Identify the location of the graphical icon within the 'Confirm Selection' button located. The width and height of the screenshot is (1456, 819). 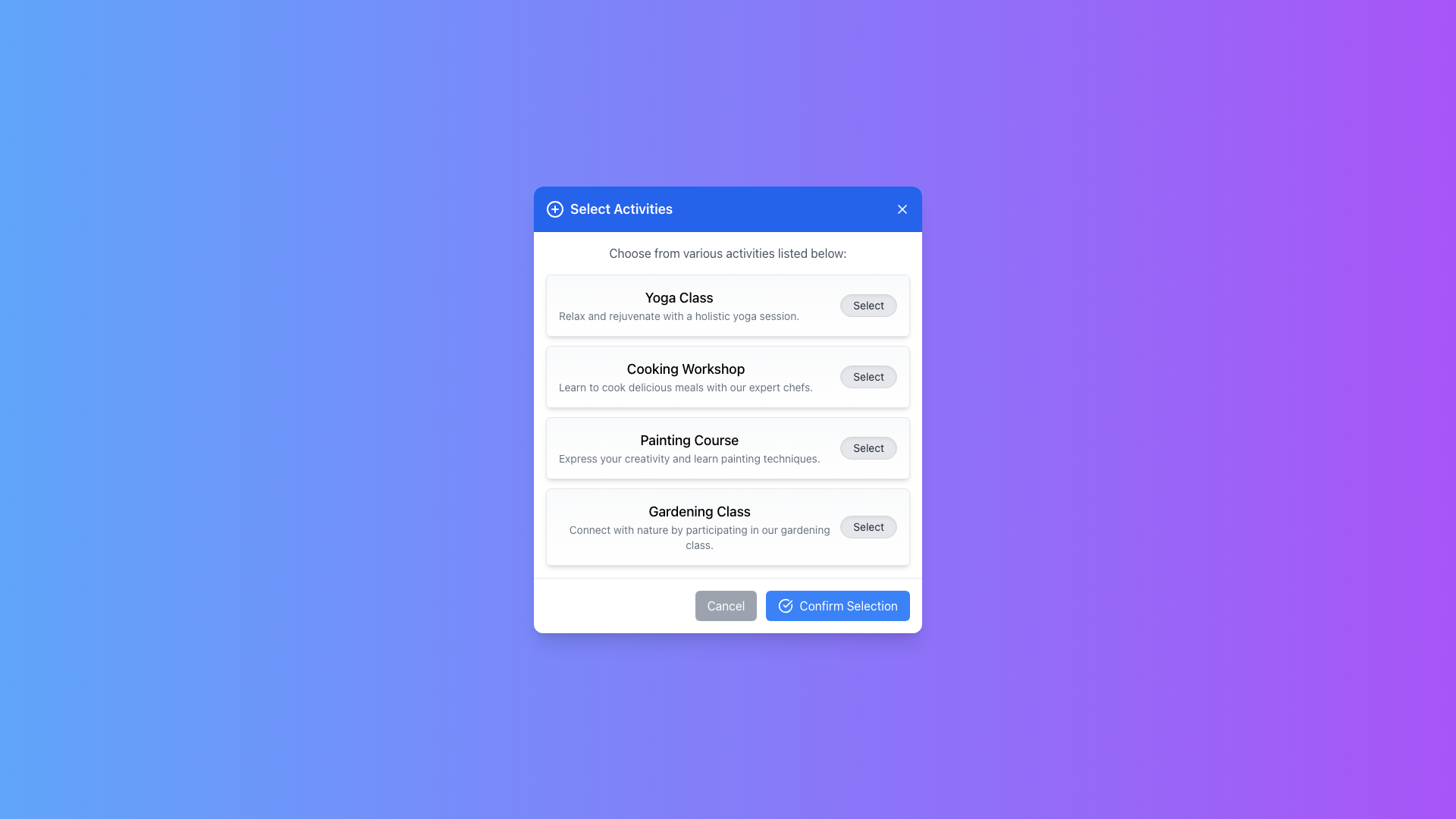
(786, 604).